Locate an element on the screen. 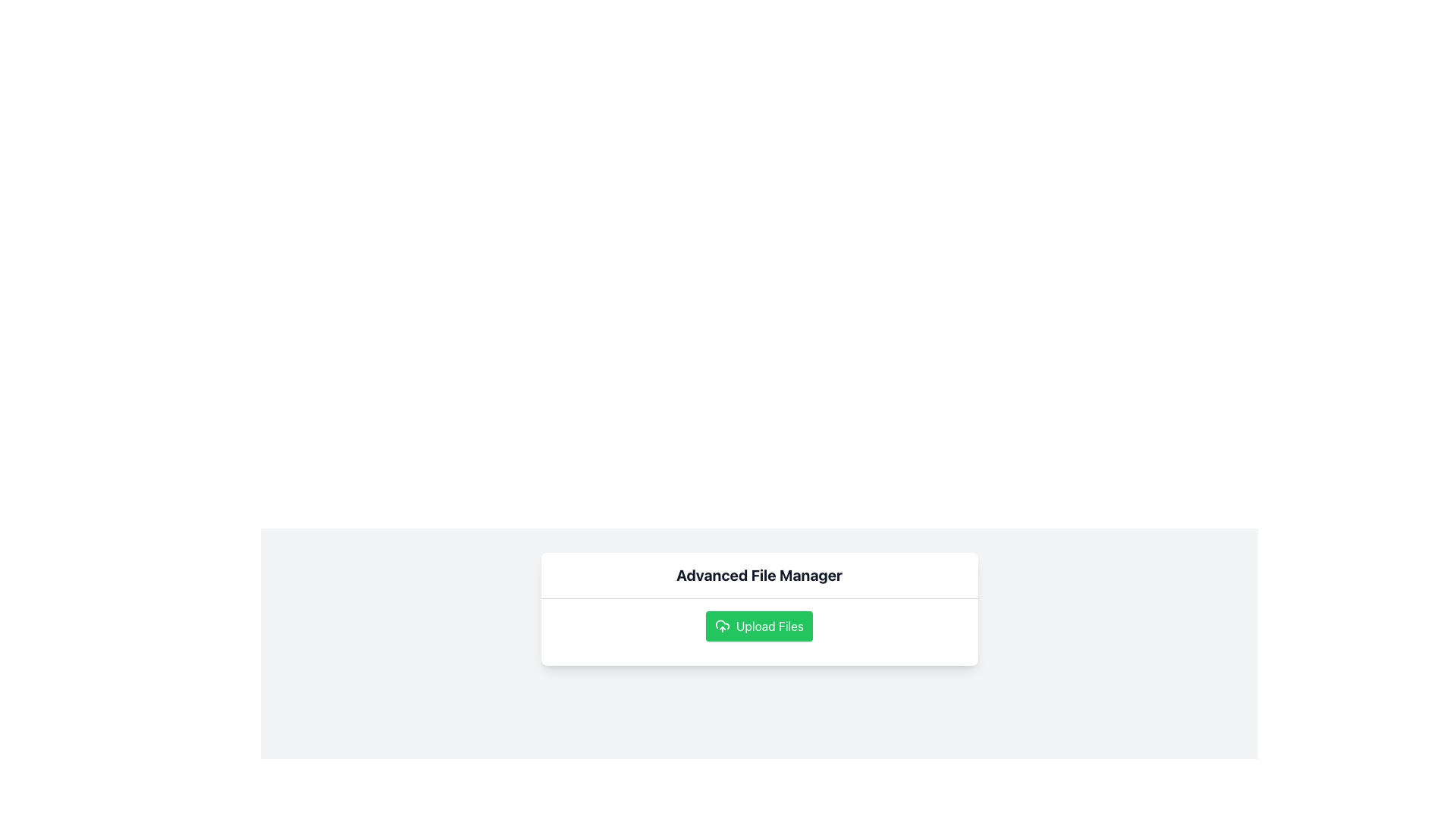 The width and height of the screenshot is (1456, 819). the cloud icon with an upward arrow located within the green 'Upload Files' button is located at coordinates (721, 626).